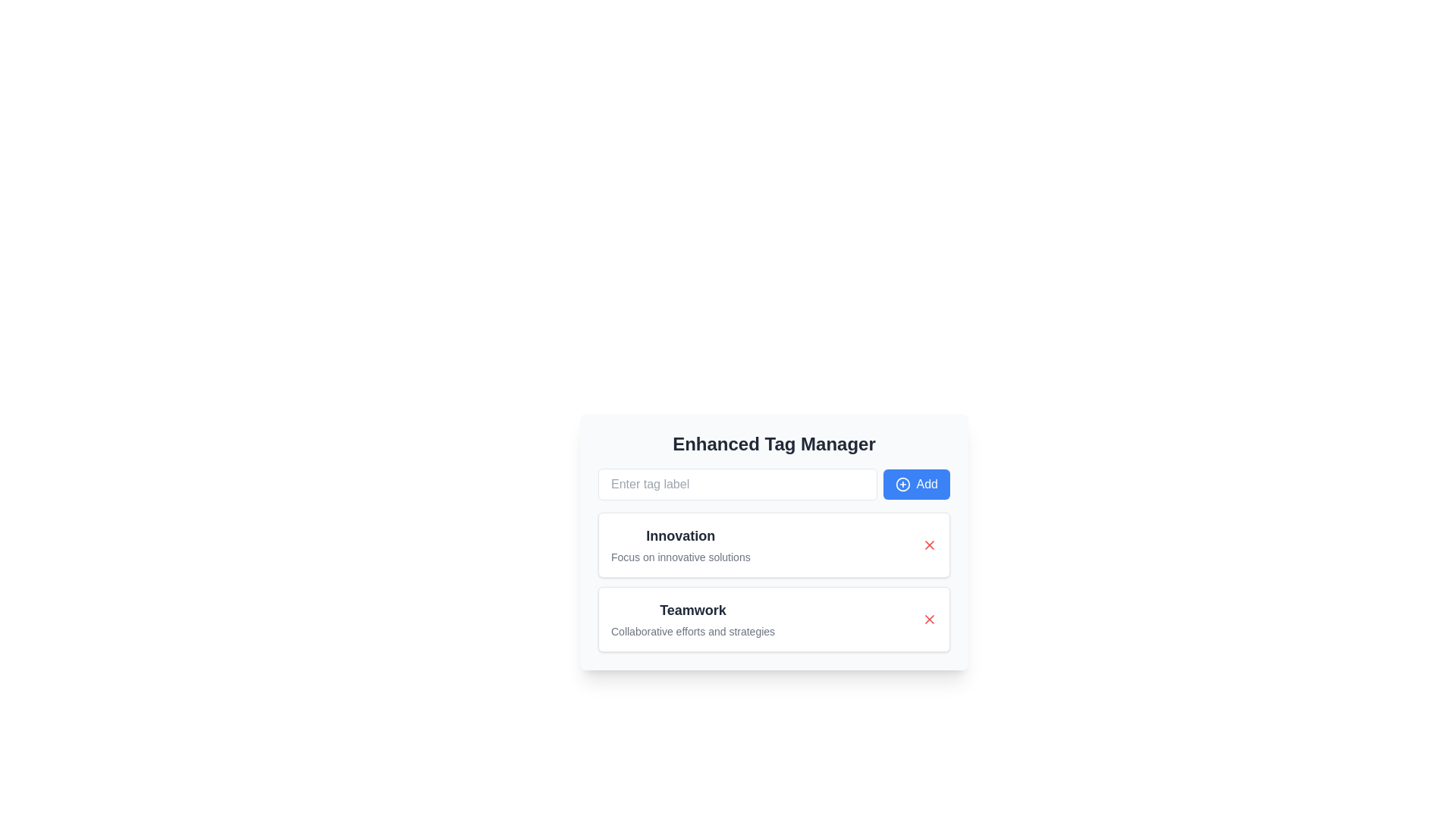 The height and width of the screenshot is (819, 1456). What do you see at coordinates (928, 620) in the screenshot?
I see `the delete icon located to the far right side of the 'Teamwork' entry in the 'Enhanced Tag Manager' panel` at bounding box center [928, 620].